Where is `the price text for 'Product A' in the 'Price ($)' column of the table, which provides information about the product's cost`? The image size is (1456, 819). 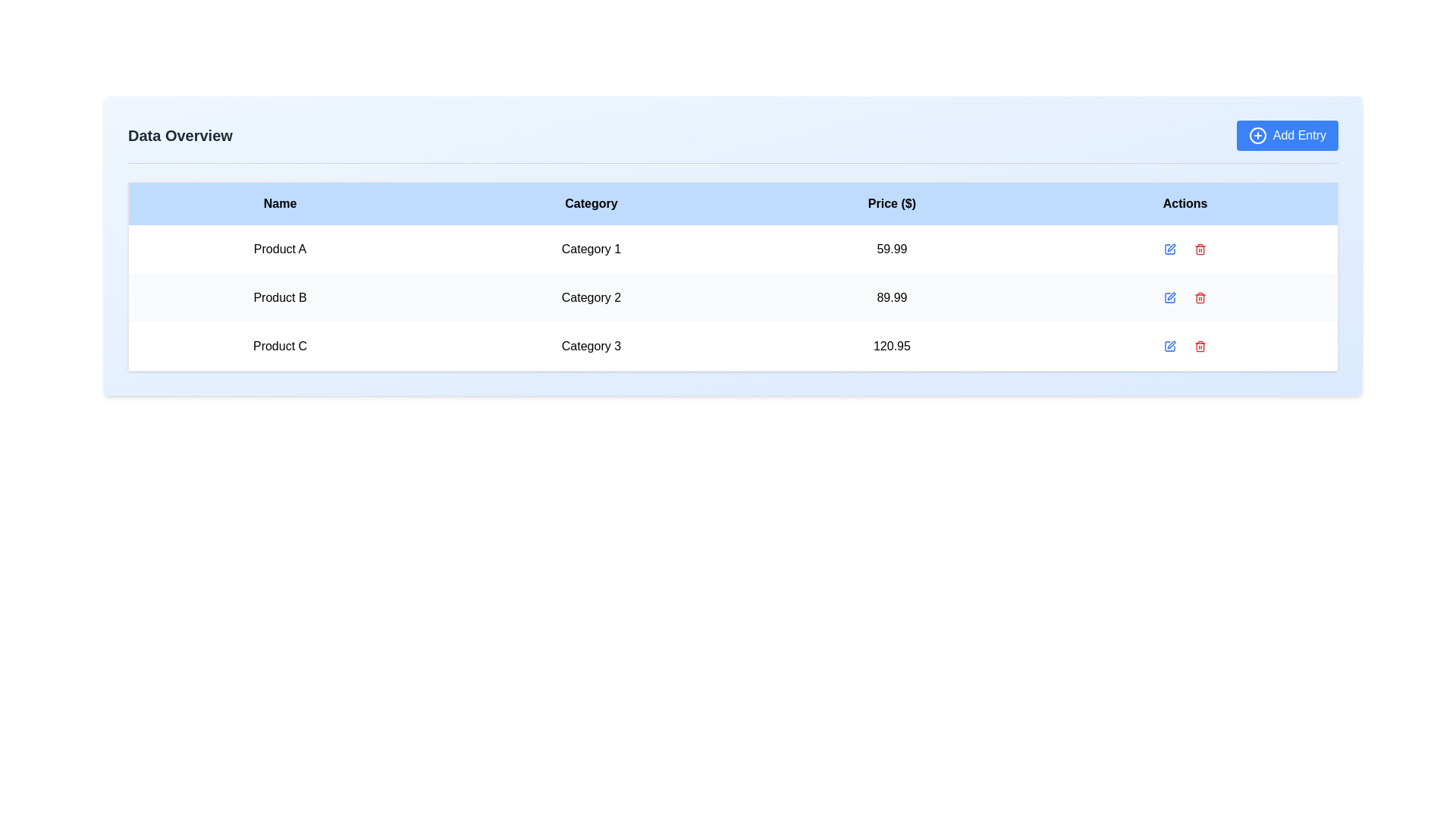
the price text for 'Product A' in the 'Price ($)' column of the table, which provides information about the product's cost is located at coordinates (892, 248).